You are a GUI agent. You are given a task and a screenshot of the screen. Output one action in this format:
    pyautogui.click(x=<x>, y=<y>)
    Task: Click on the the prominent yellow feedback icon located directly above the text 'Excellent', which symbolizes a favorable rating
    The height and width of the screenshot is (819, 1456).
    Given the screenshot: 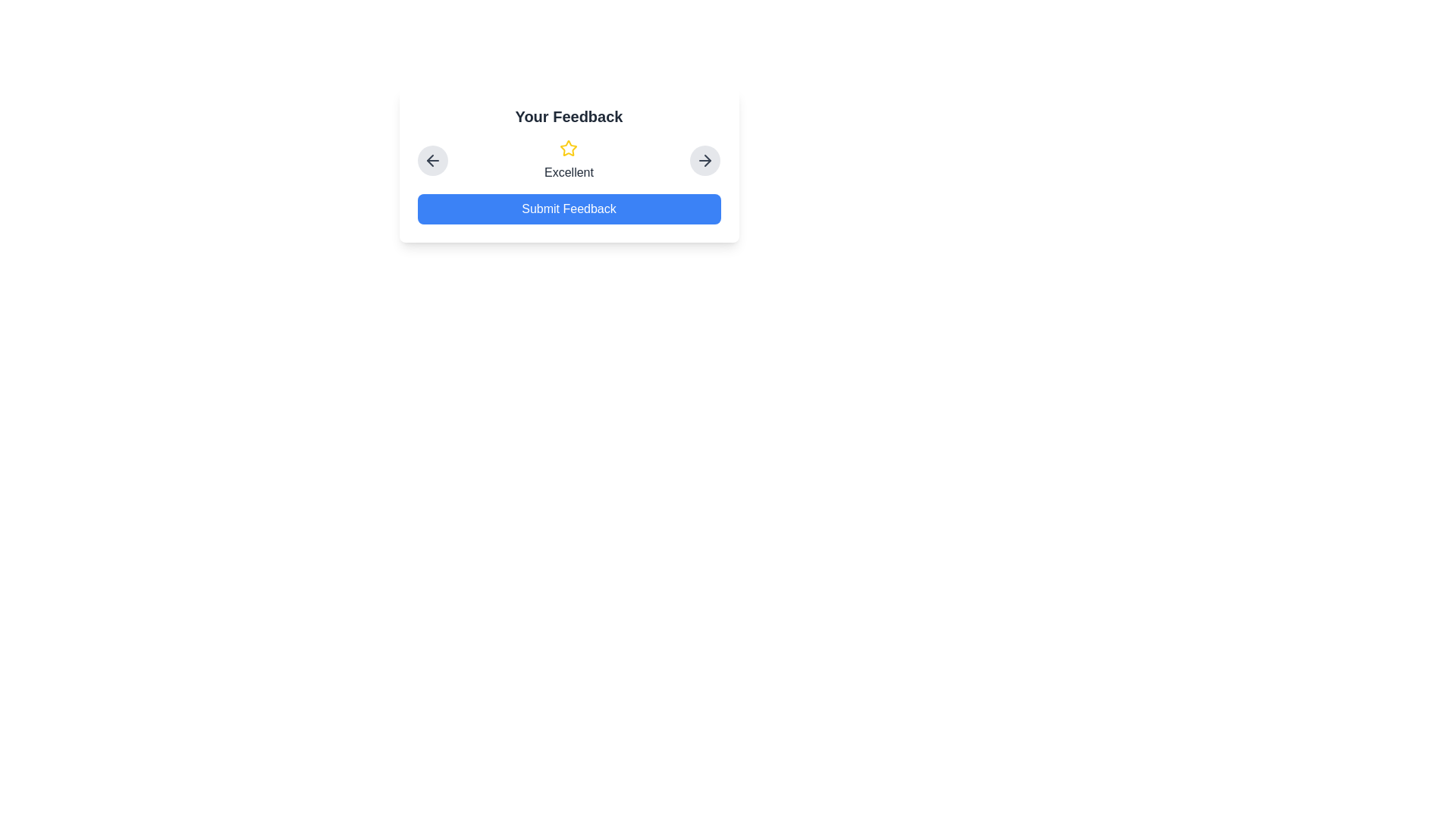 What is the action you would take?
    pyautogui.click(x=568, y=149)
    